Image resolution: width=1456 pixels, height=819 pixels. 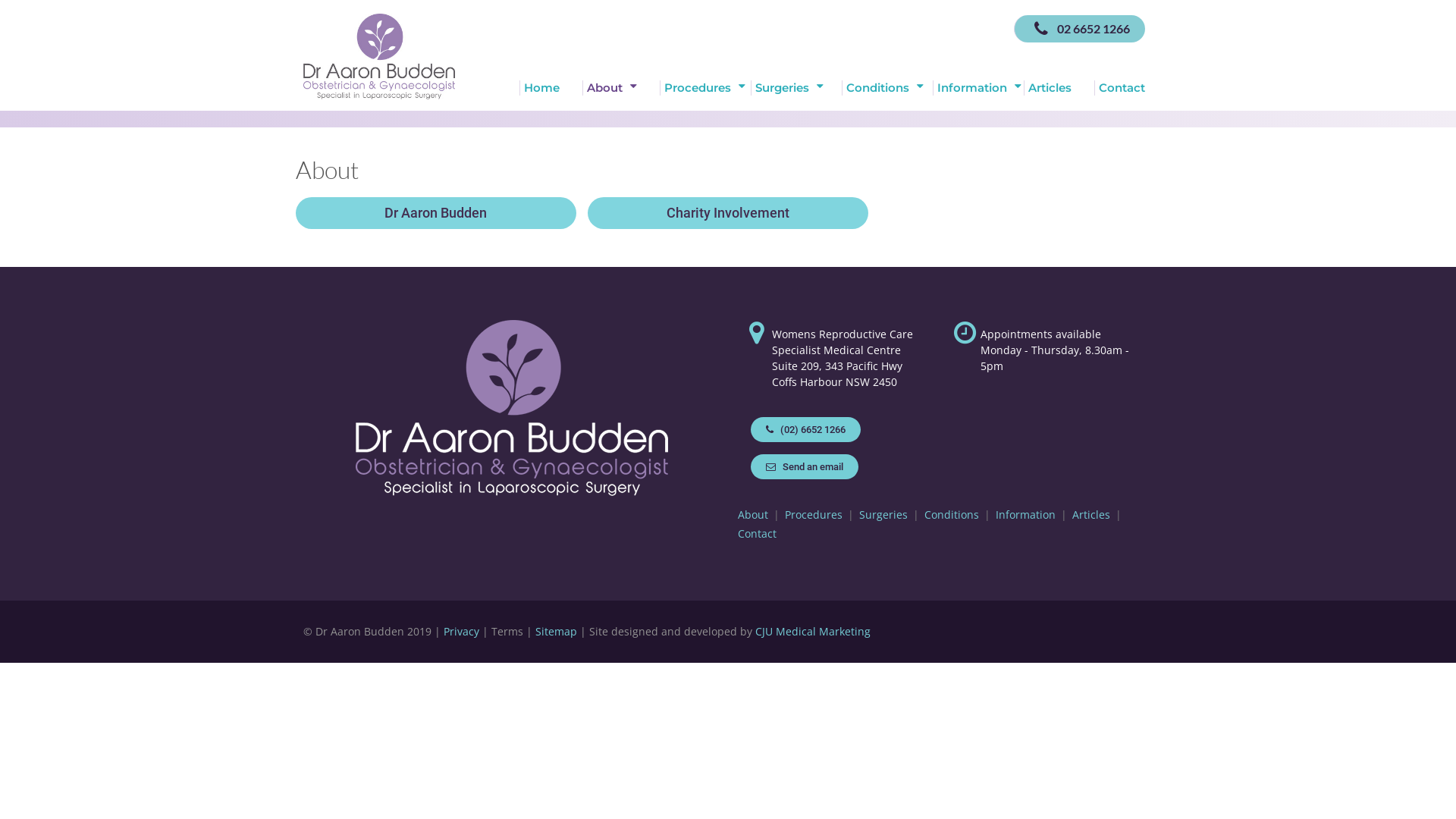 I want to click on 'Articles', so click(x=1090, y=513).